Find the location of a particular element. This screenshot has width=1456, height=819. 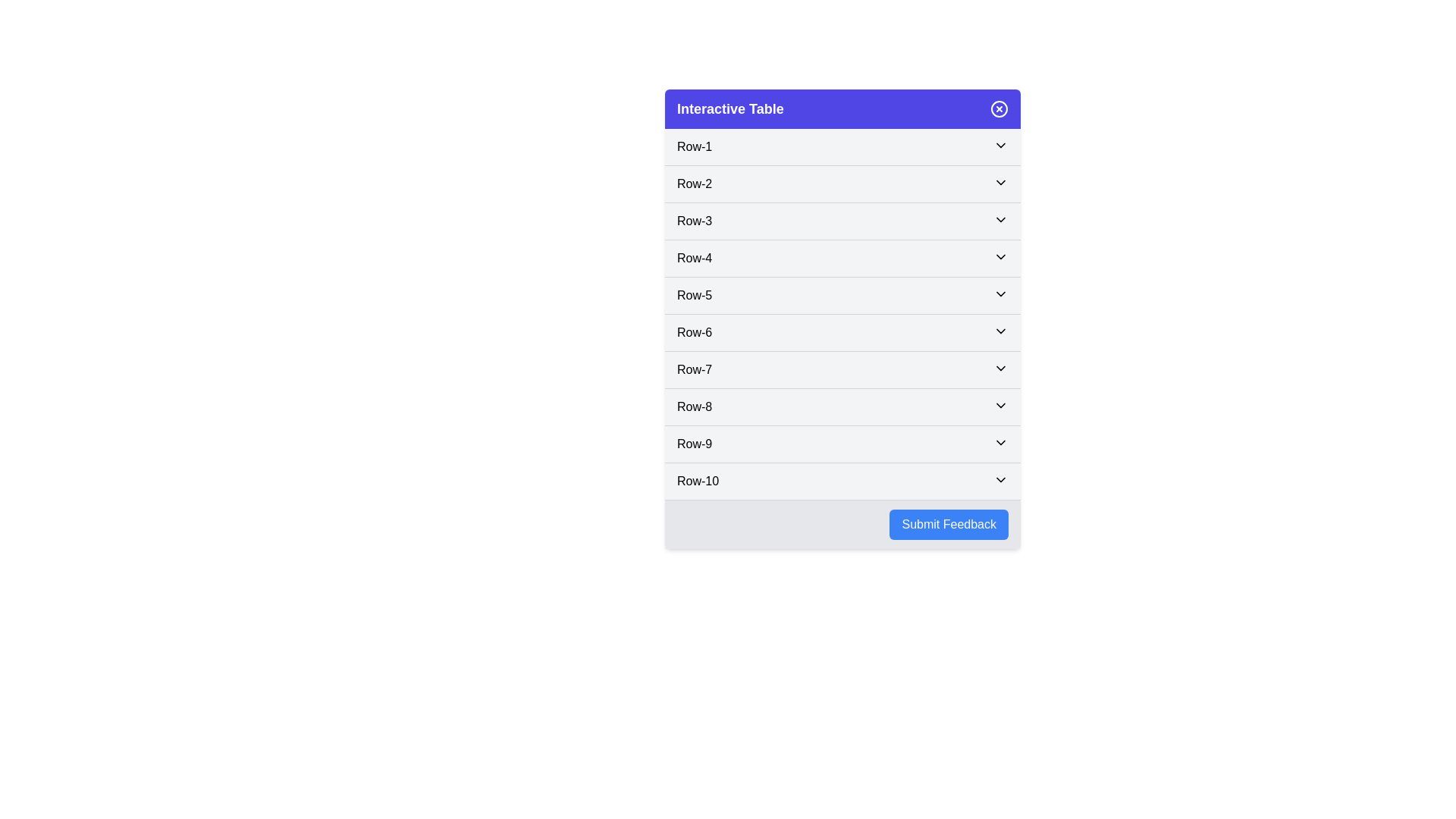

the close button in the header of the interactive table is located at coordinates (999, 108).